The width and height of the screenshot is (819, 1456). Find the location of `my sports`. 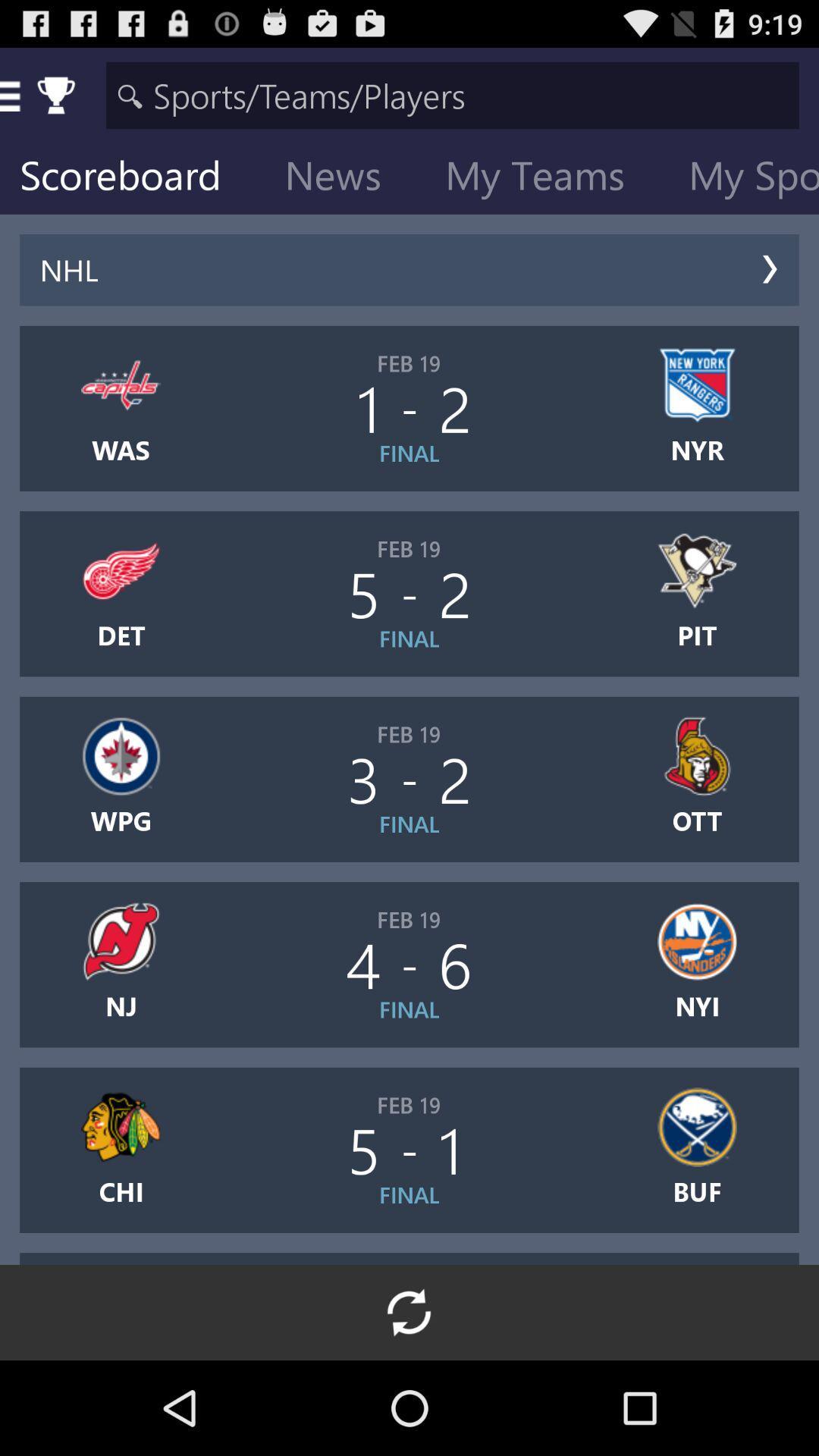

my sports is located at coordinates (742, 178).